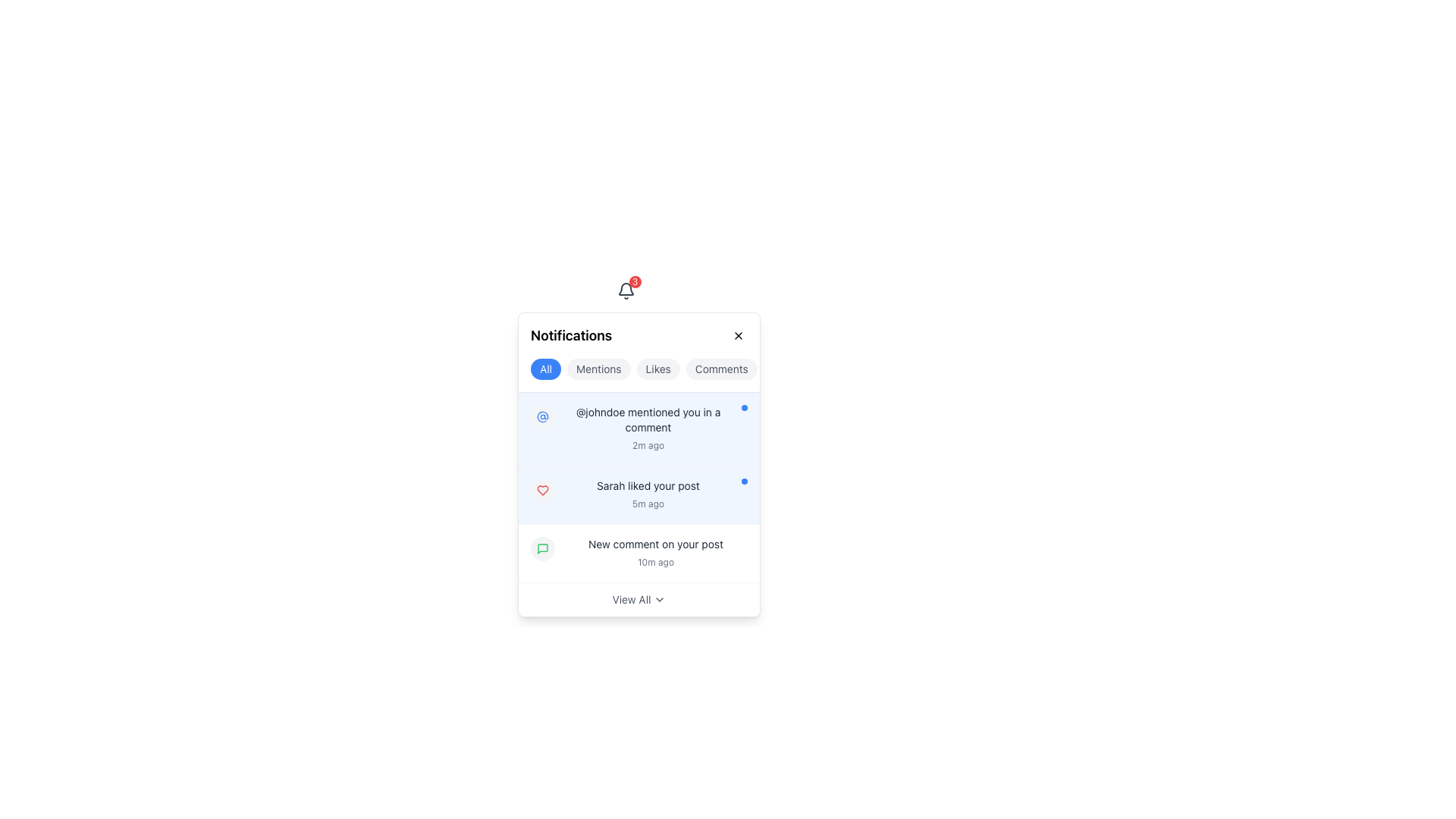  Describe the element at coordinates (546, 369) in the screenshot. I see `the pill-shaped button labeled 'All' with a blue background and white text, which is the first button in the horizontal group of buttons in the notification panel` at that location.